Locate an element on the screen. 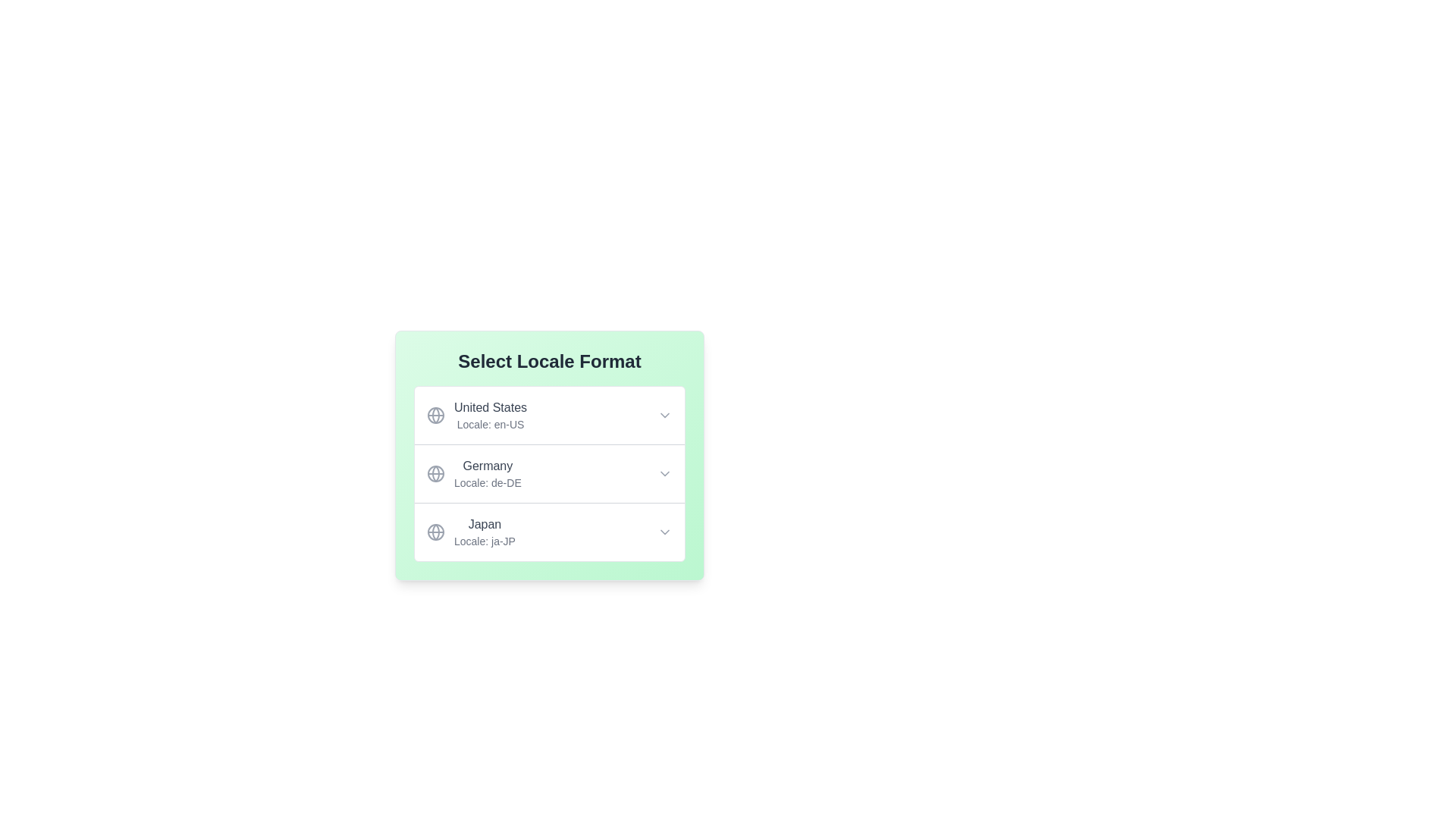 The width and height of the screenshot is (1456, 819). the first list item for locale selection, which contains a title, subtitle, and embedded icons is located at coordinates (548, 415).